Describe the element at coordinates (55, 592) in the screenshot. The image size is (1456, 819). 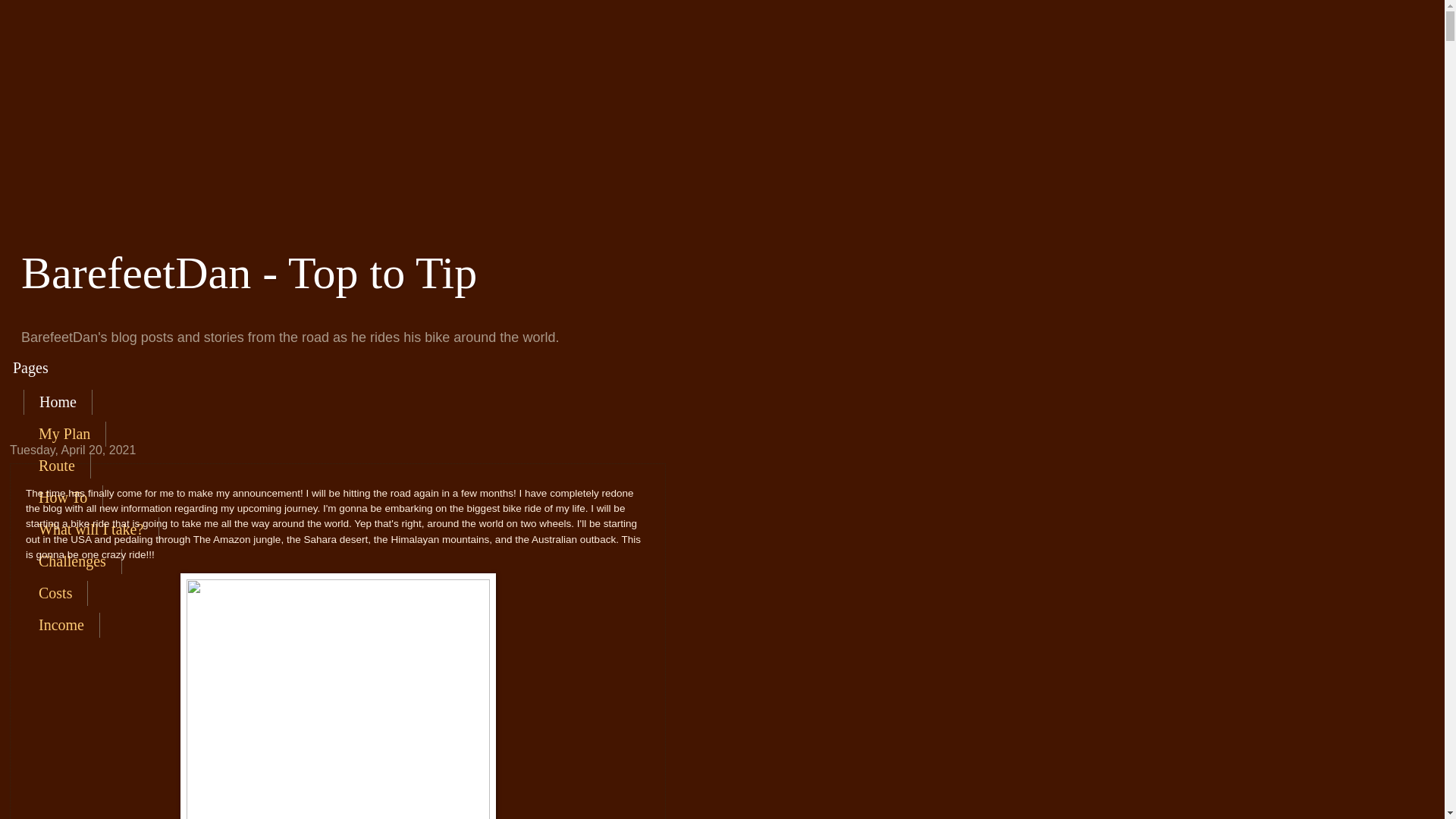
I see `'Costs'` at that location.